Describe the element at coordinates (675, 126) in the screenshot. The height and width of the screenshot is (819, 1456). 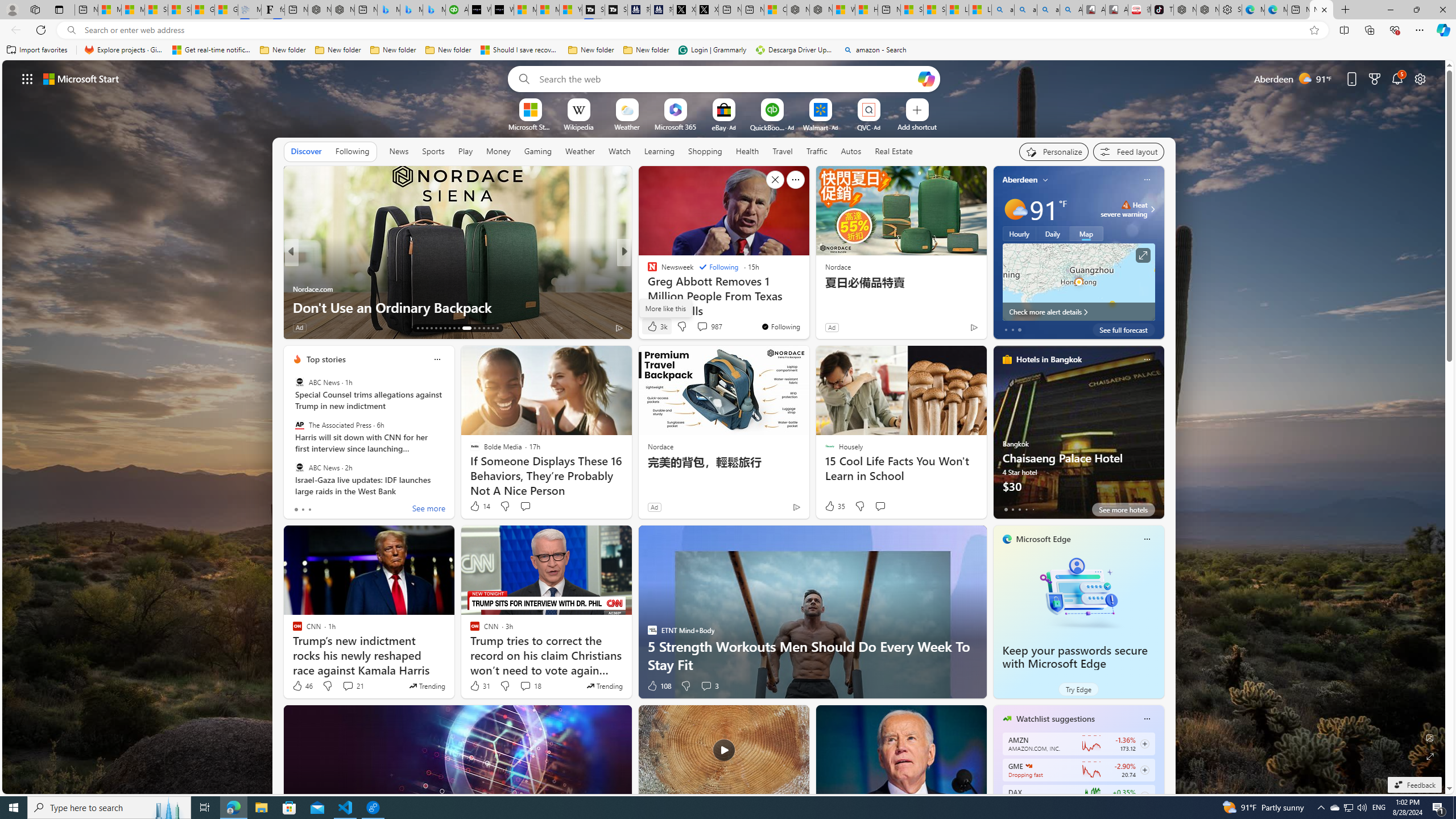
I see `'Microsoft 365'` at that location.